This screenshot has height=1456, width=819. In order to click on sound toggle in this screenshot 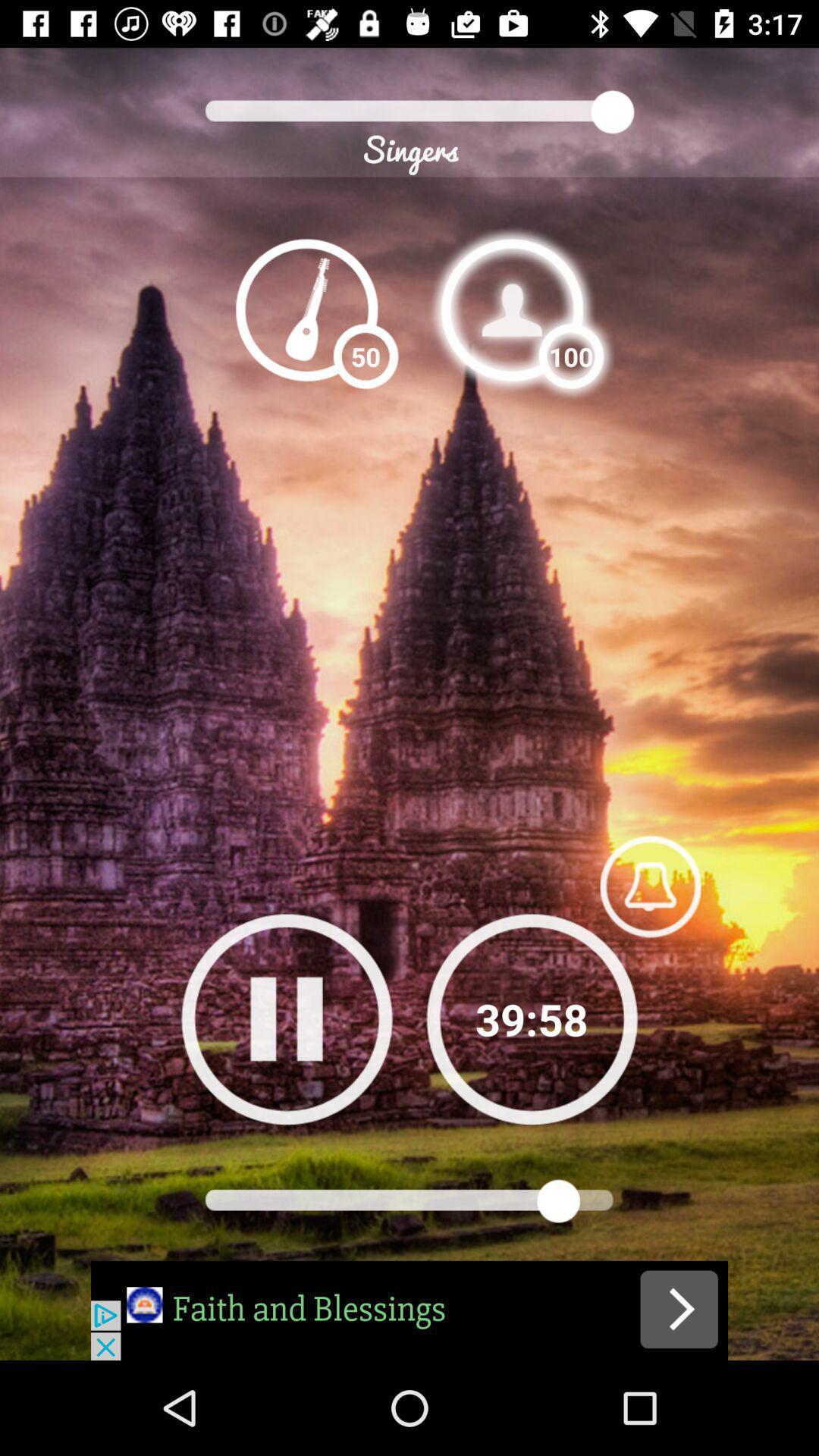, I will do `click(649, 886)`.